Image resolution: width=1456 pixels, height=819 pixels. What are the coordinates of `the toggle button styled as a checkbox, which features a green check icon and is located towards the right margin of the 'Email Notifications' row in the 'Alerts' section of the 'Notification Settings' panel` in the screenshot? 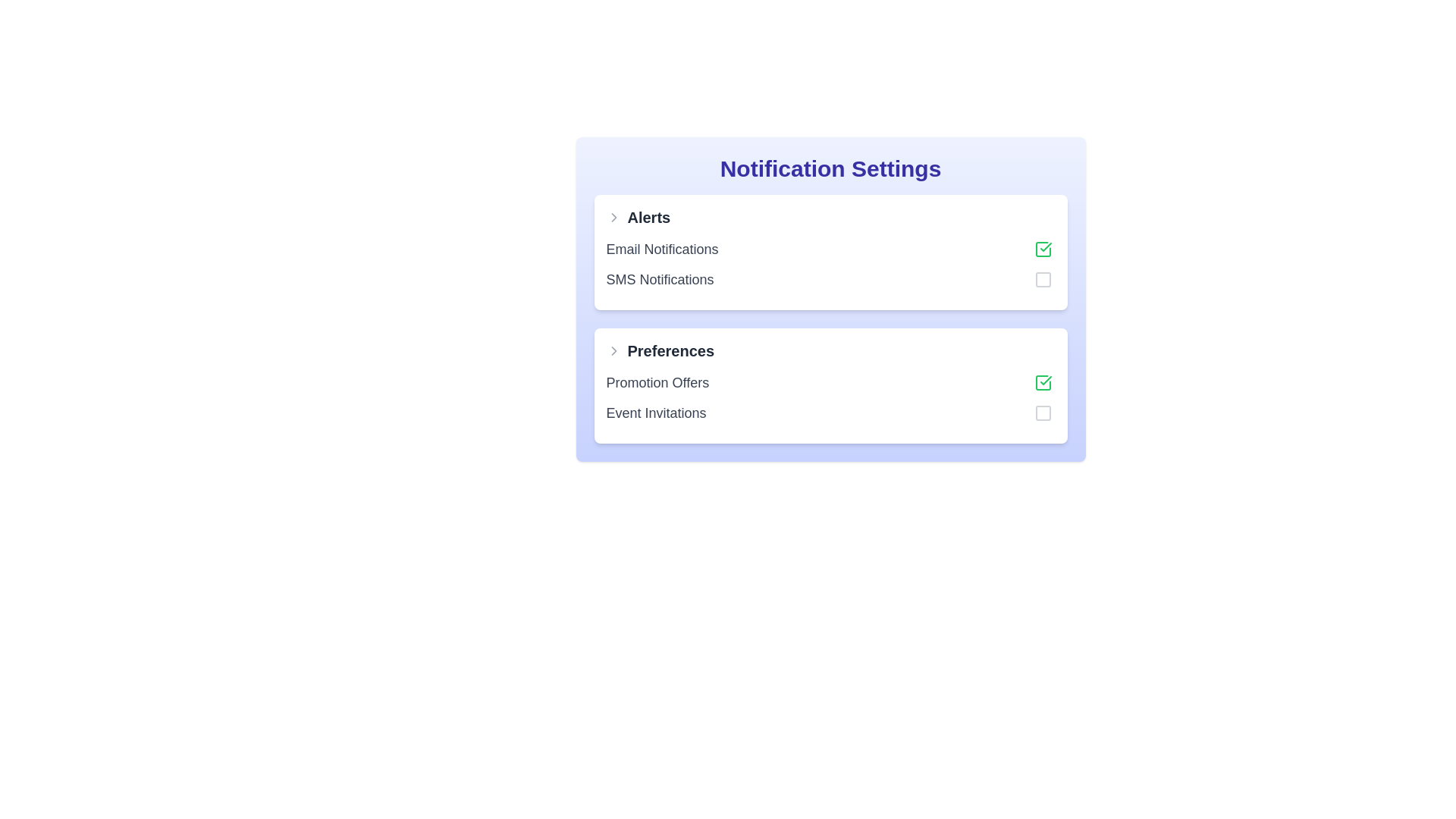 It's located at (1042, 248).